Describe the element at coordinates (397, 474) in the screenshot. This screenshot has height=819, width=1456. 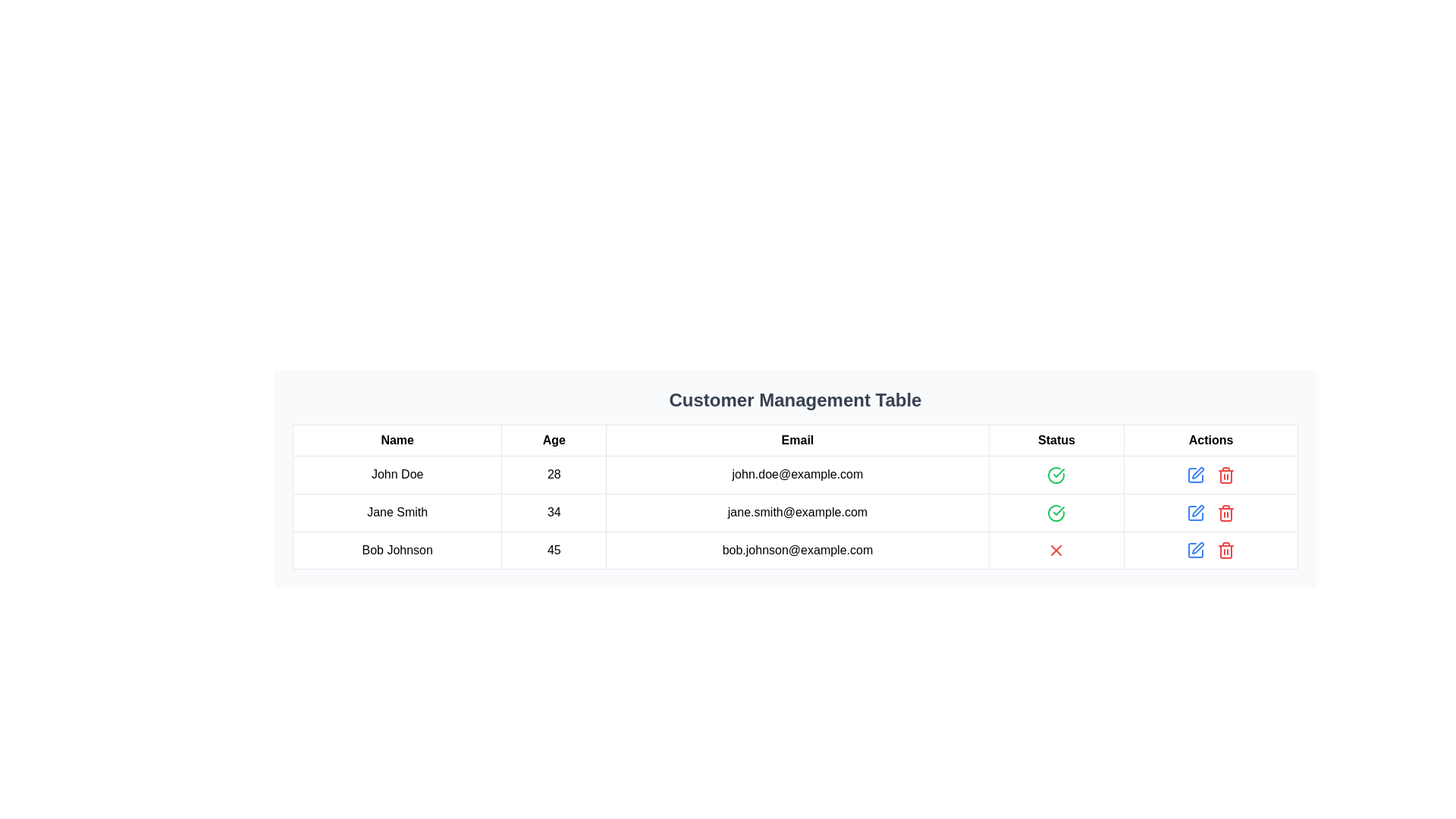
I see `the text element displaying 'John Doe' in the first column of the first data row in the customer management table` at that location.